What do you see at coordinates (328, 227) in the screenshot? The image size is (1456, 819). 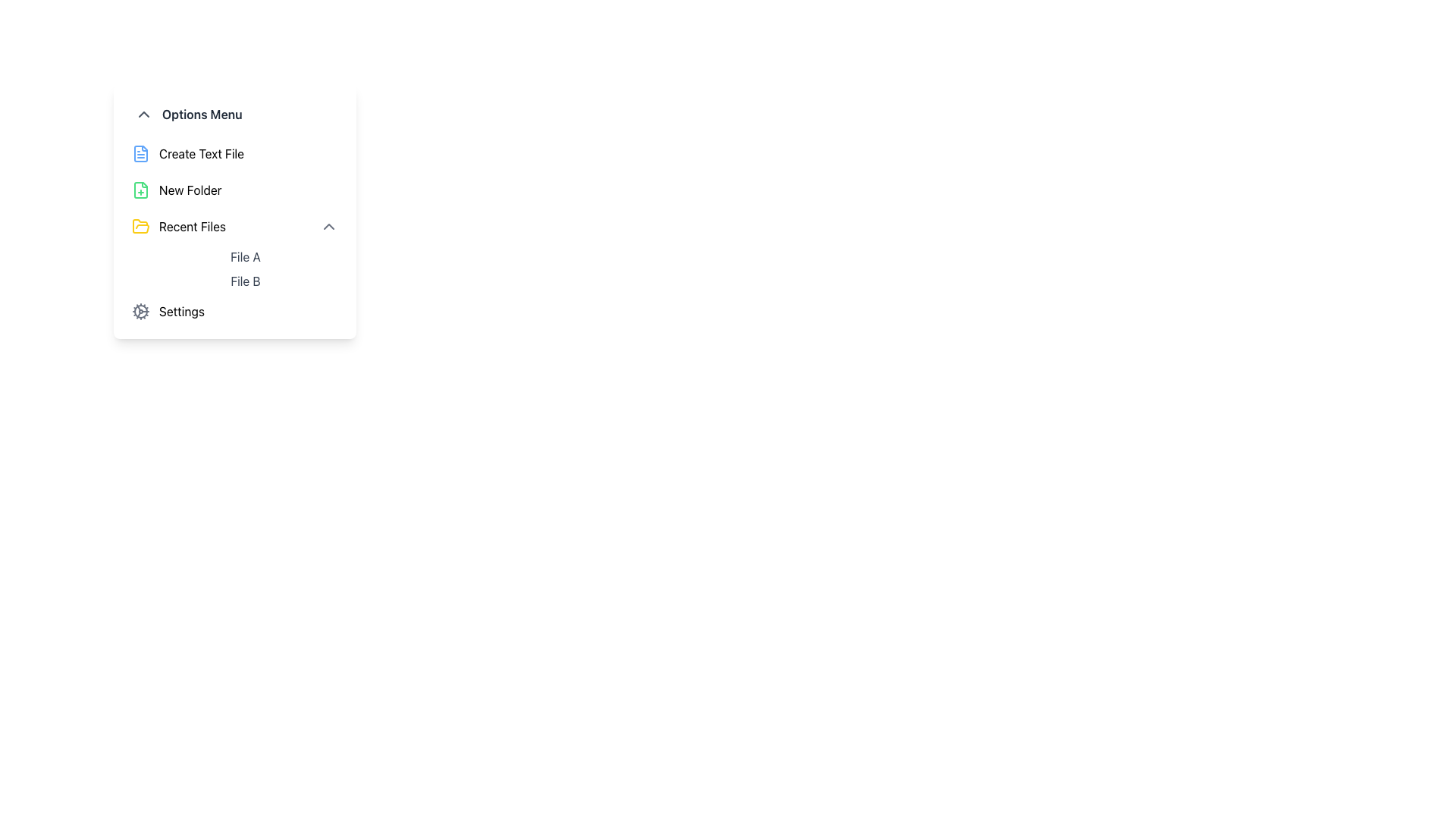 I see `the upward-pointing gray chevron icon located to the far right of the 'Recent Files' label` at bounding box center [328, 227].